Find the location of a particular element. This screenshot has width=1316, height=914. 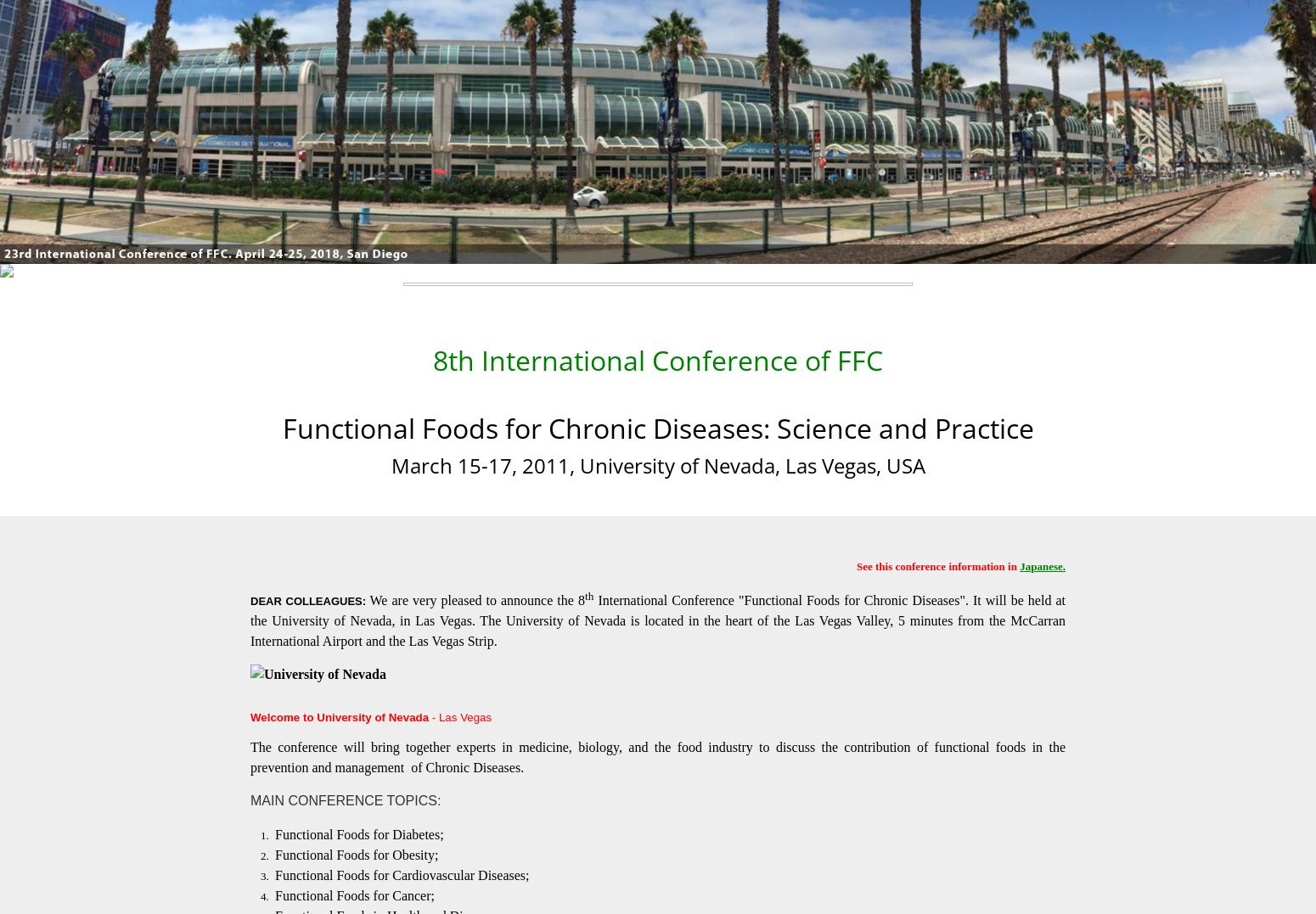

'Functional Foods for Obesity;' is located at coordinates (355, 853).